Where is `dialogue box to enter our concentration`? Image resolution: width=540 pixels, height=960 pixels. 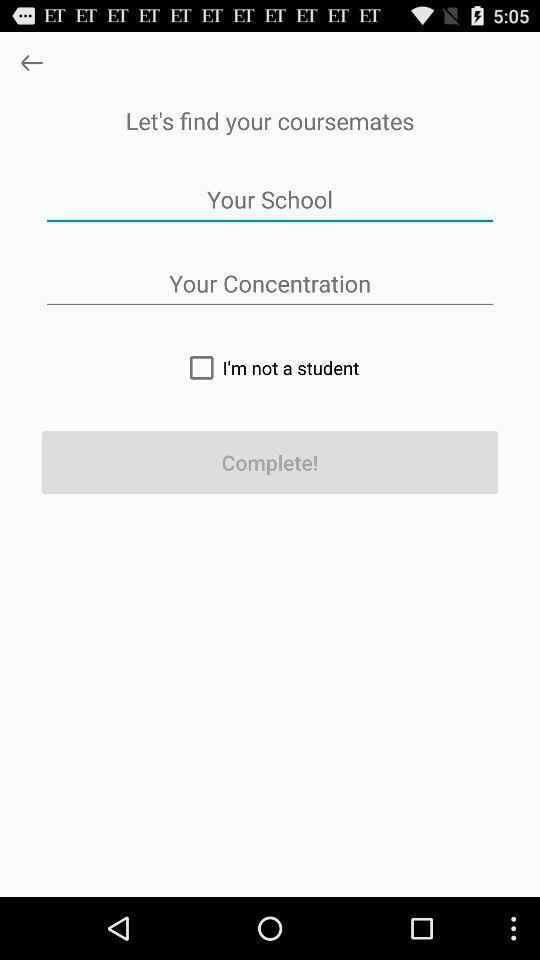
dialogue box to enter our concentration is located at coordinates (270, 282).